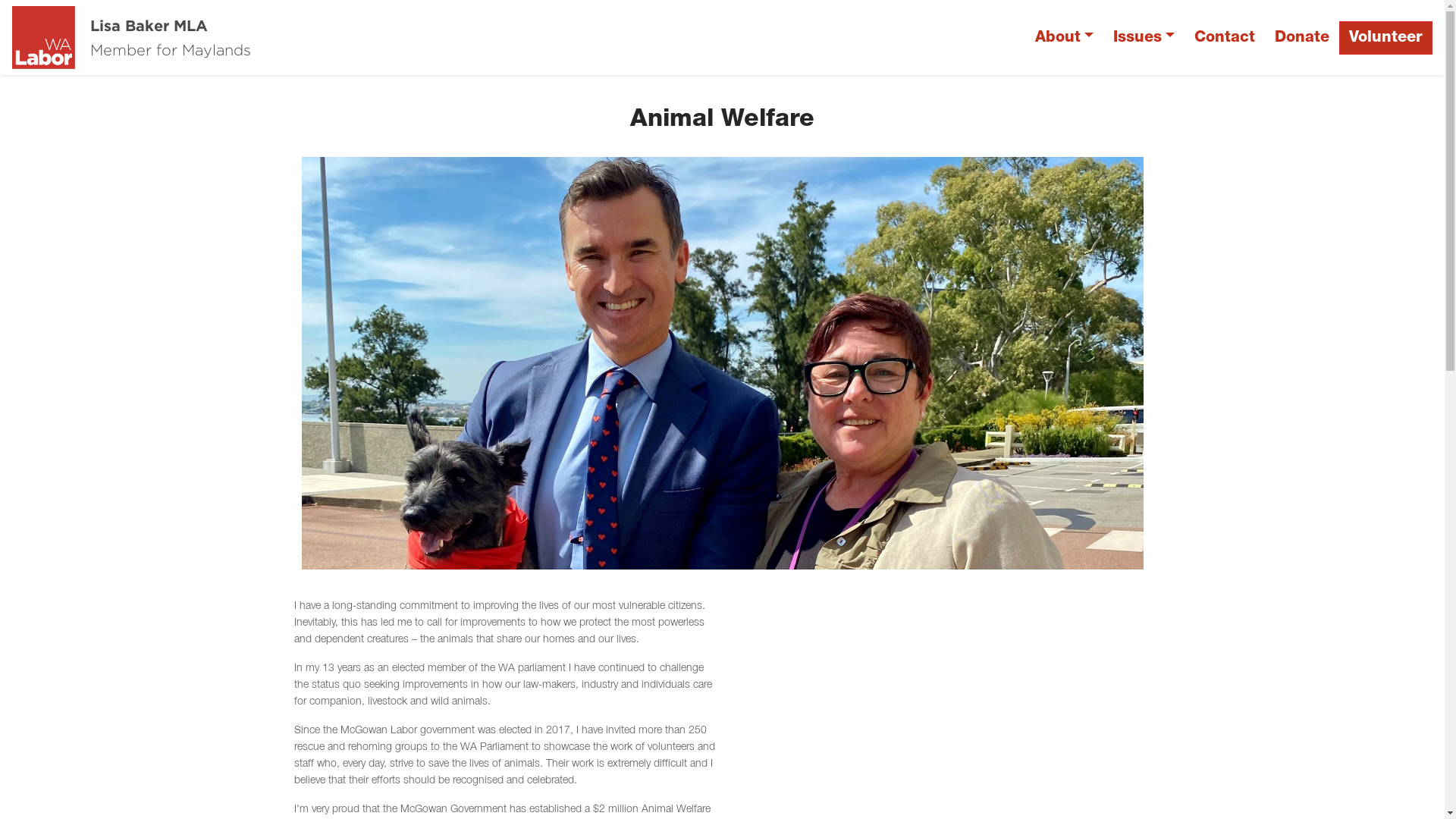 The width and height of the screenshot is (1456, 819). Describe the element at coordinates (1183, 37) in the screenshot. I see `'Contact'` at that location.